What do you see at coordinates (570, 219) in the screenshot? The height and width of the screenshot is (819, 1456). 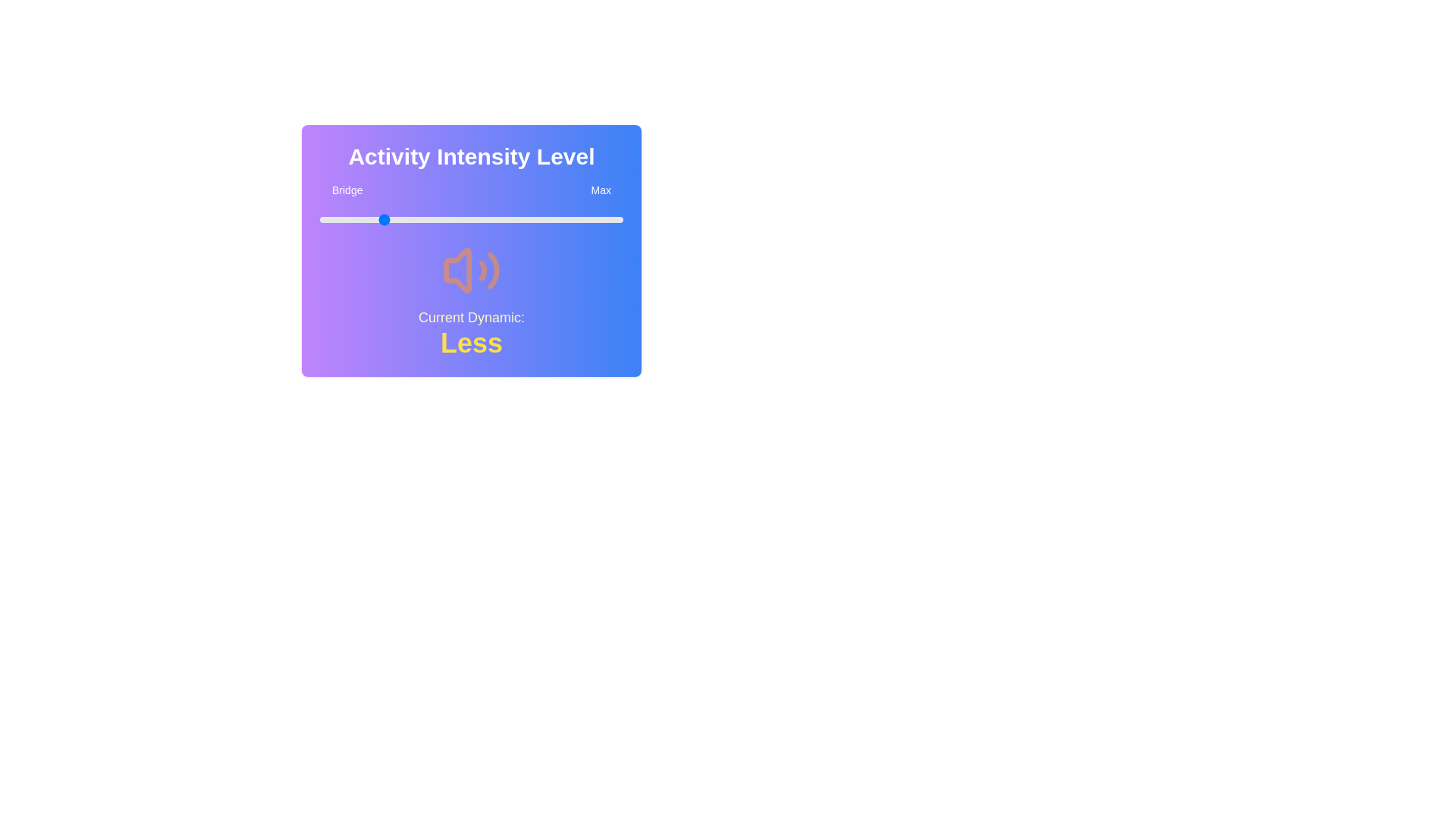 I see `the slider to set the value to 83` at bounding box center [570, 219].